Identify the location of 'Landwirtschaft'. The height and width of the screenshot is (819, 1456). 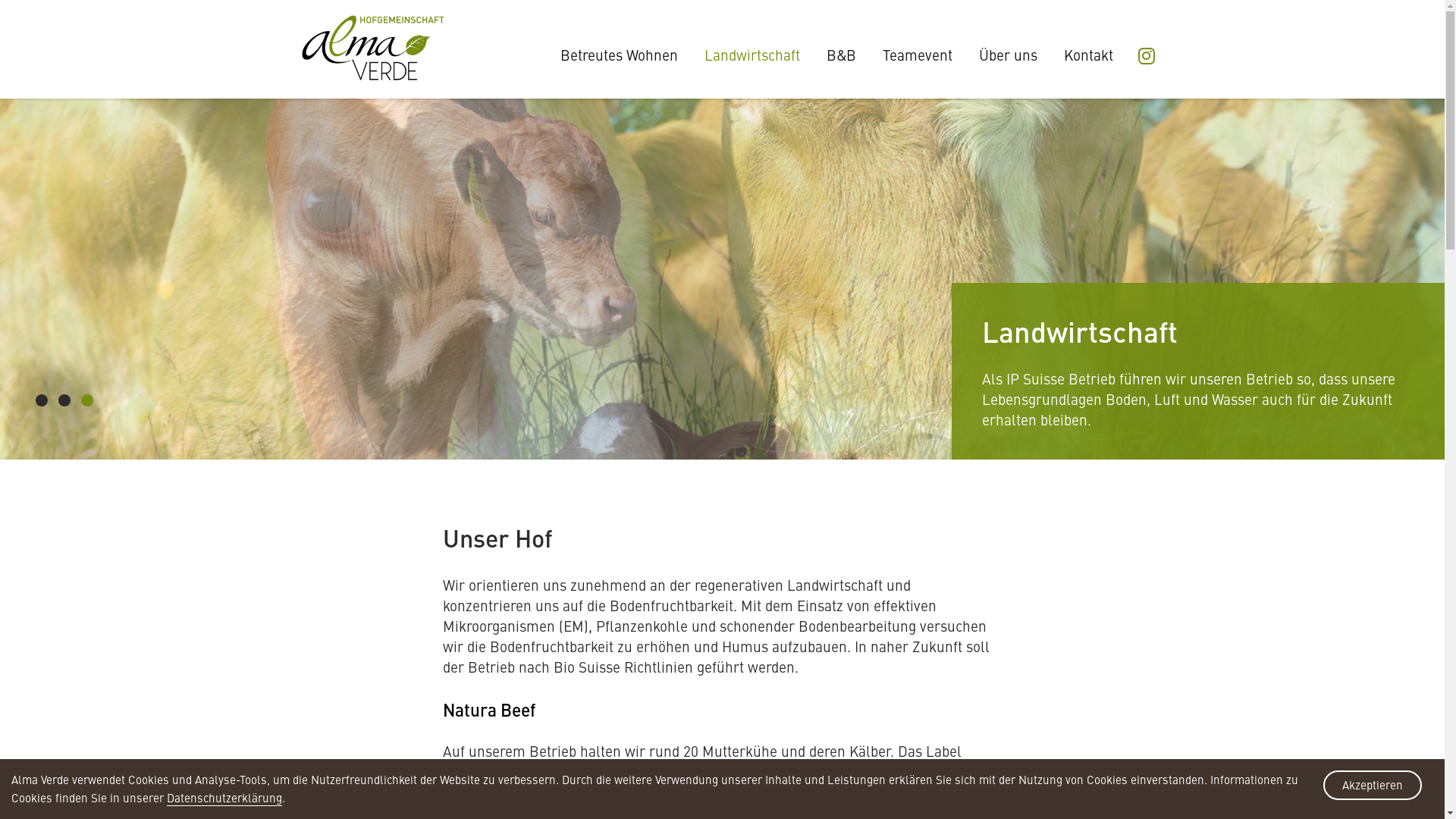
(702, 54).